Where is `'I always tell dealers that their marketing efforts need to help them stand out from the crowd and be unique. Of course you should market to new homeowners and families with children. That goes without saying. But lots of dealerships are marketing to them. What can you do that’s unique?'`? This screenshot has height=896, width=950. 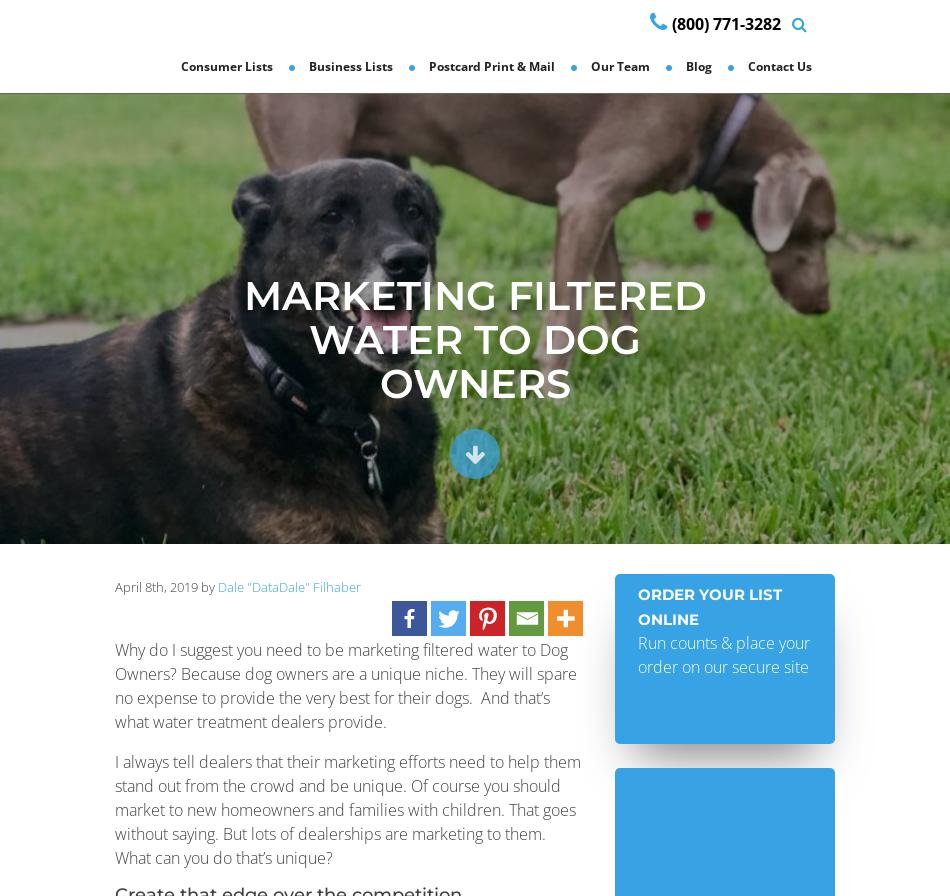 'I always tell dealers that their marketing efforts need to help them stand out from the crowd and be unique. Of course you should market to new homeowners and families with children. That goes without saying. But lots of dealerships are marketing to them. What can you do that’s unique?' is located at coordinates (346, 809).